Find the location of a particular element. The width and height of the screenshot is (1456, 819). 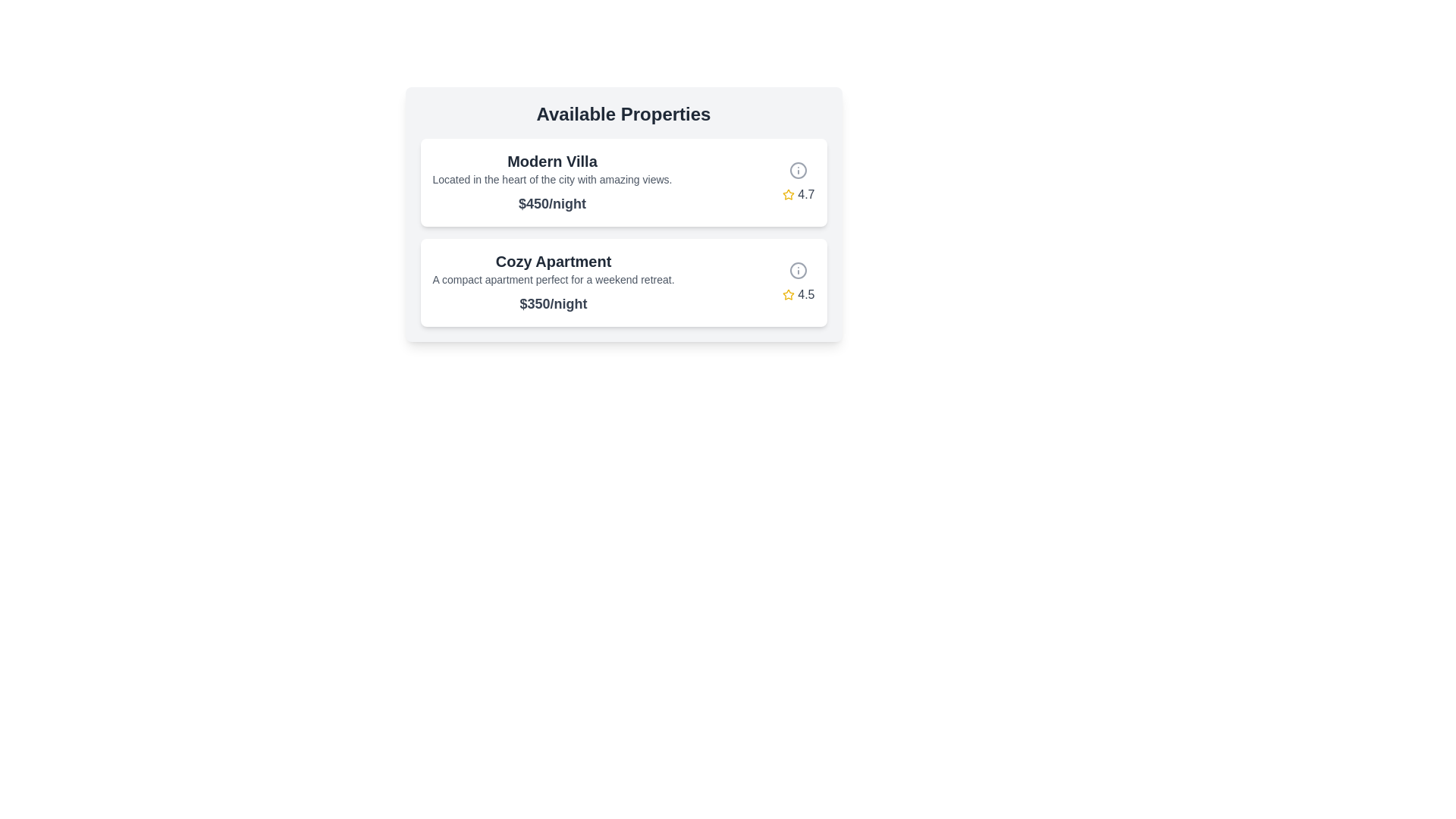

text from the header label located at the center of the card above the list of properties is located at coordinates (623, 113).